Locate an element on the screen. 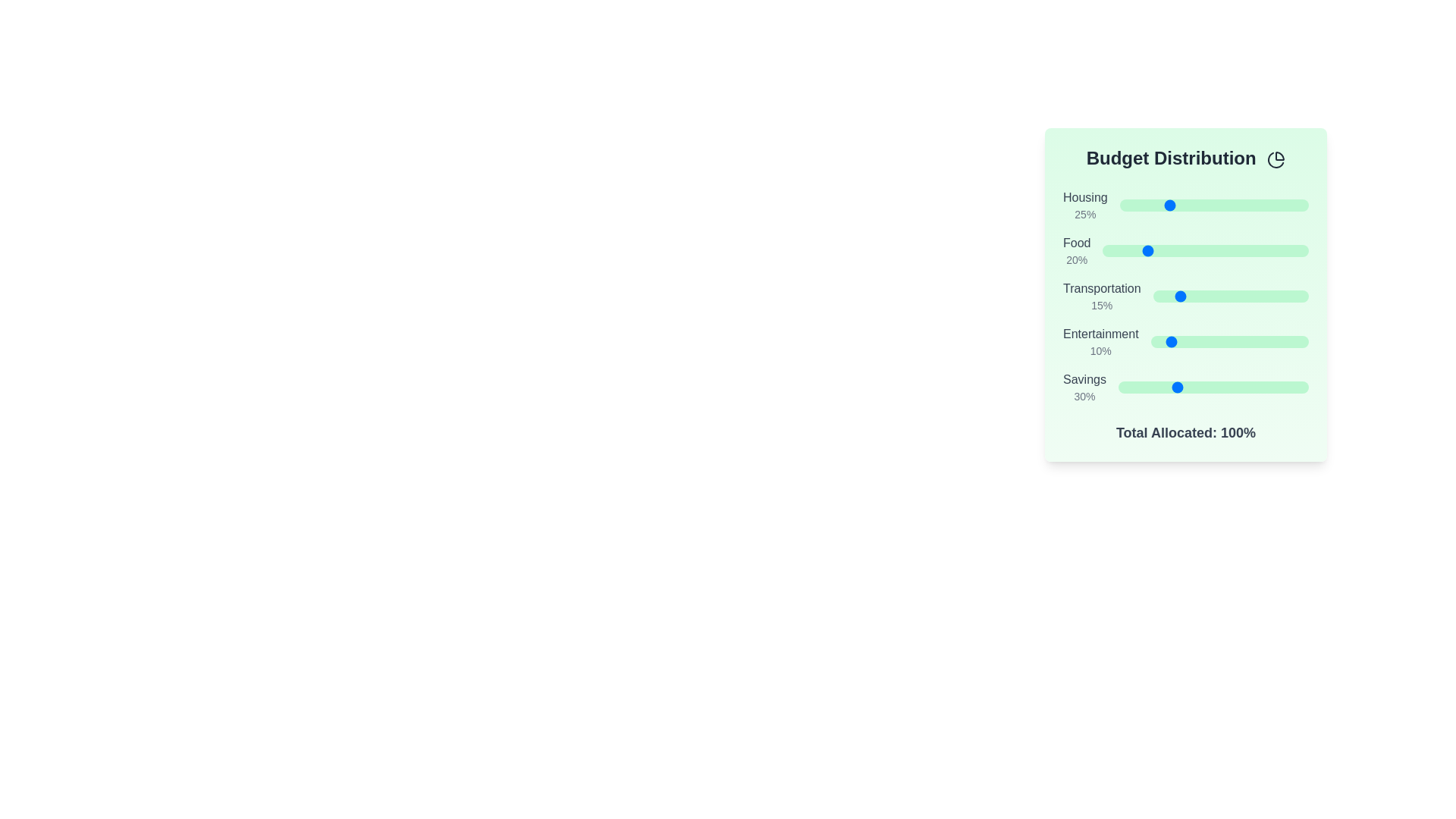 The height and width of the screenshot is (819, 1456). the Transportation slider to 78% is located at coordinates (1274, 296).